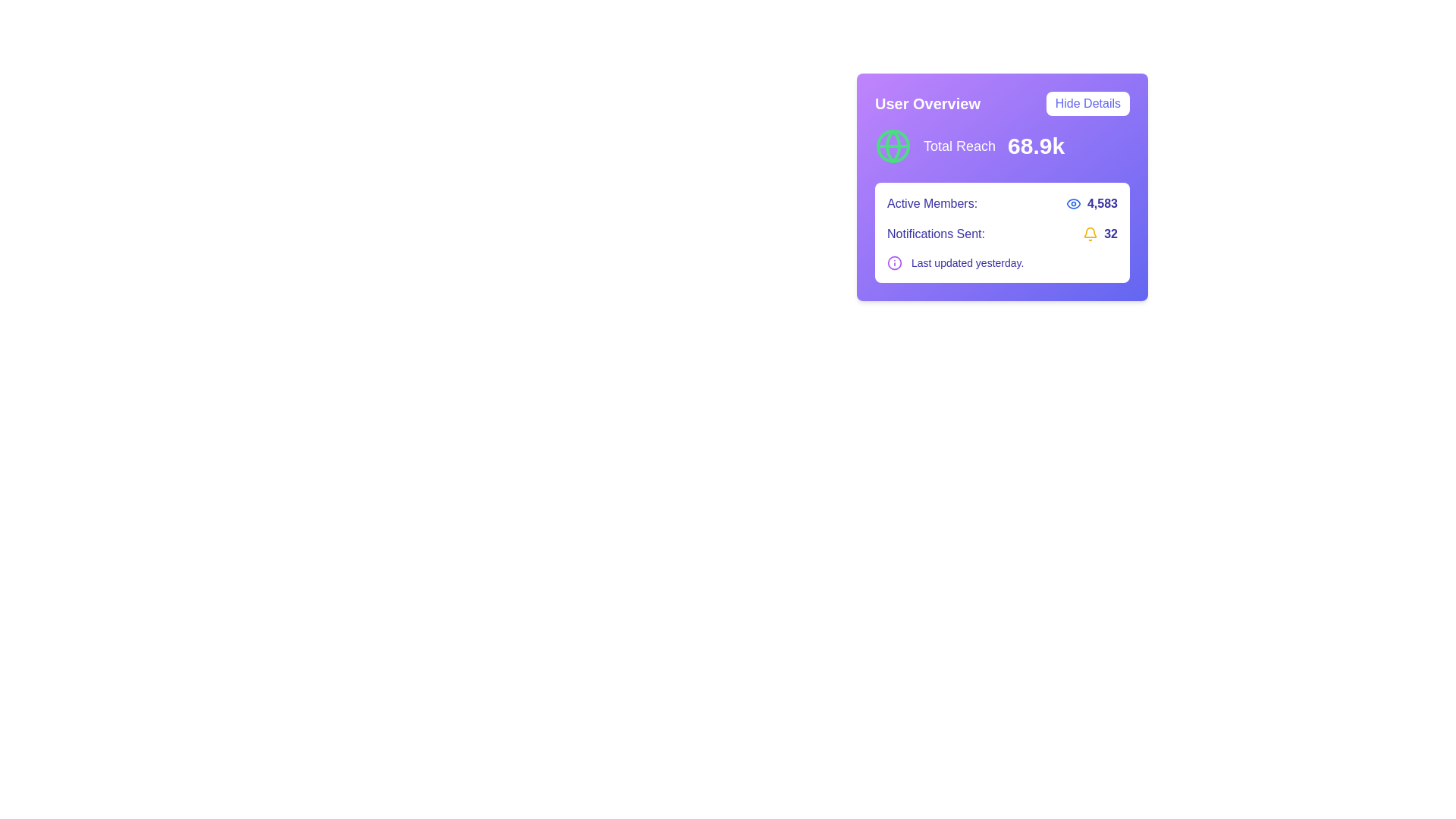  What do you see at coordinates (1002, 146) in the screenshot?
I see `the informational display showing 'Total Reach' with the value '68.9k', located below the 'User Overview' heading and to the left of the 'Hide Details' button` at bounding box center [1002, 146].